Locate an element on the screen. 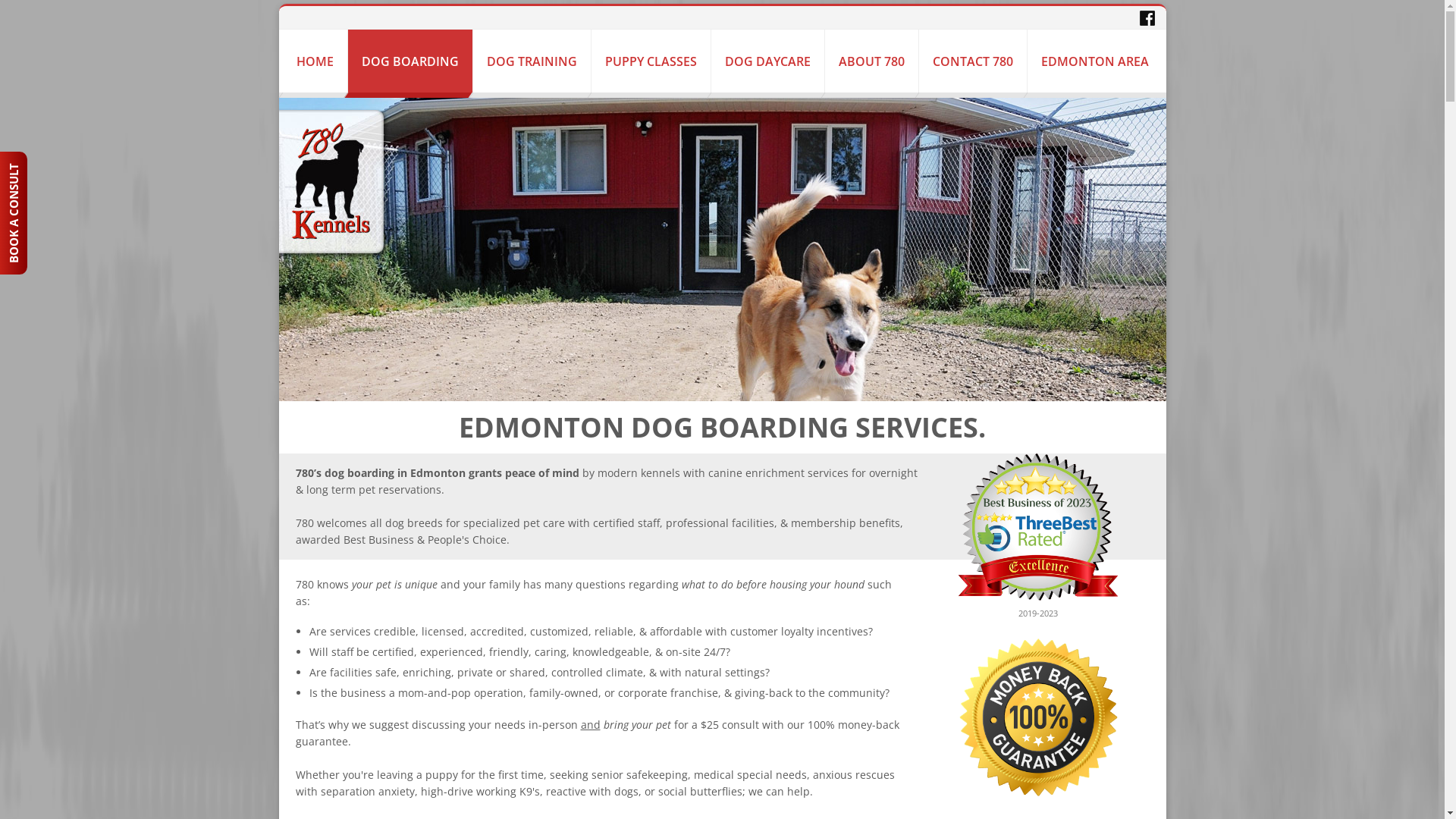  '100% money-back guarantee badge.' is located at coordinates (1037, 717).